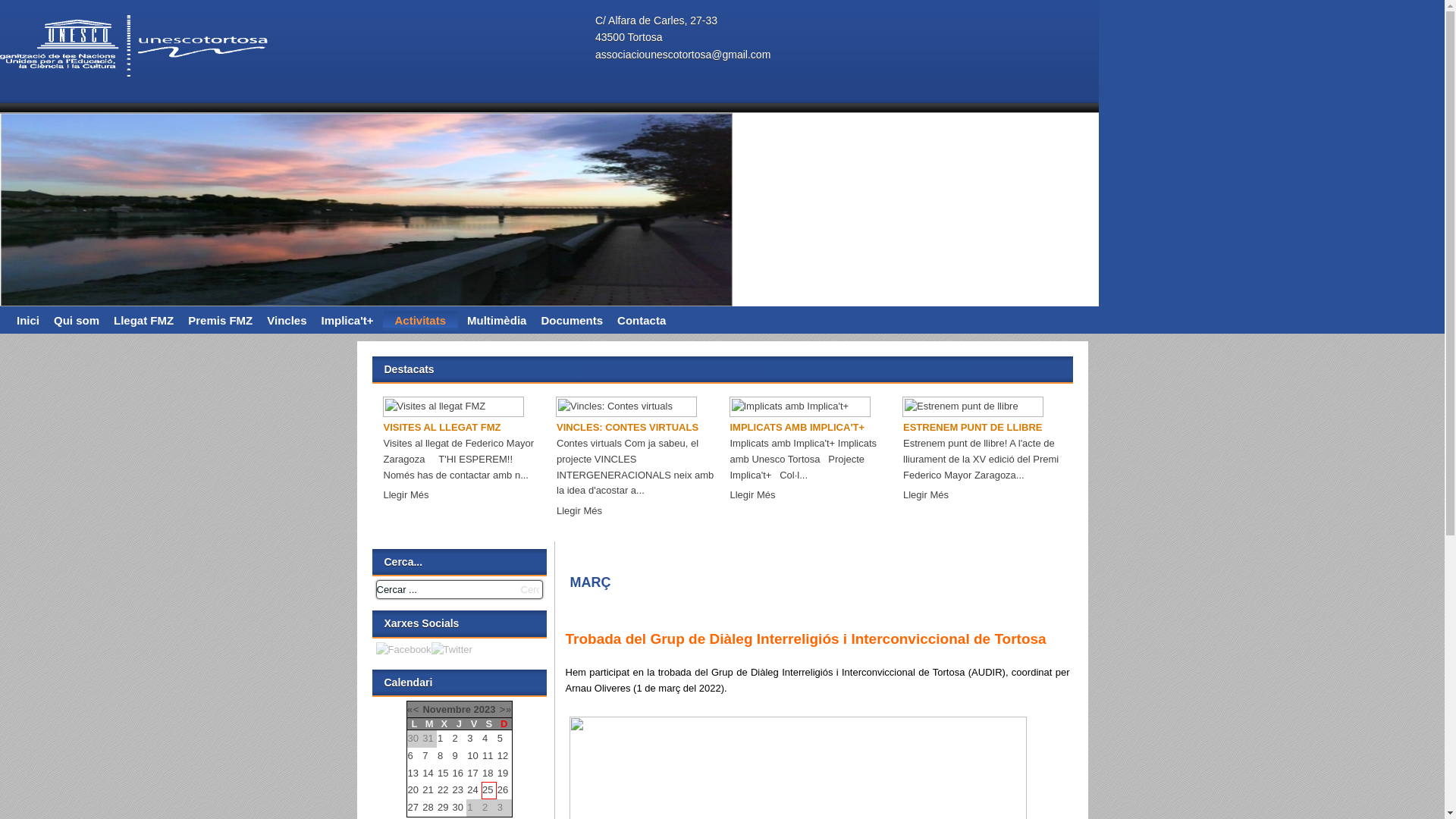  What do you see at coordinates (472, 773) in the screenshot?
I see `'17'` at bounding box center [472, 773].